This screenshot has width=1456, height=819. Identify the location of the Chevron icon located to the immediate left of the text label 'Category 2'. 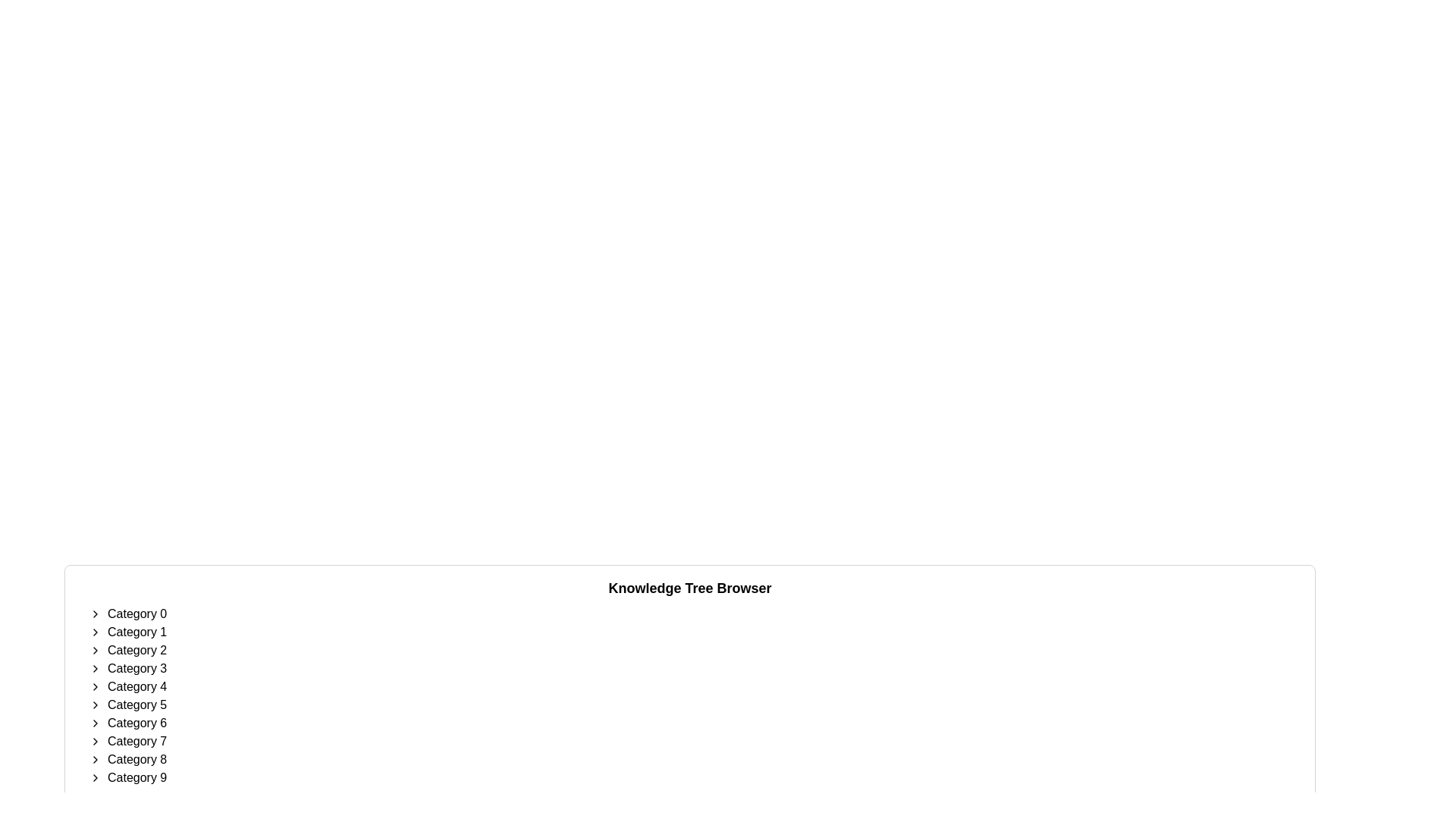
(94, 649).